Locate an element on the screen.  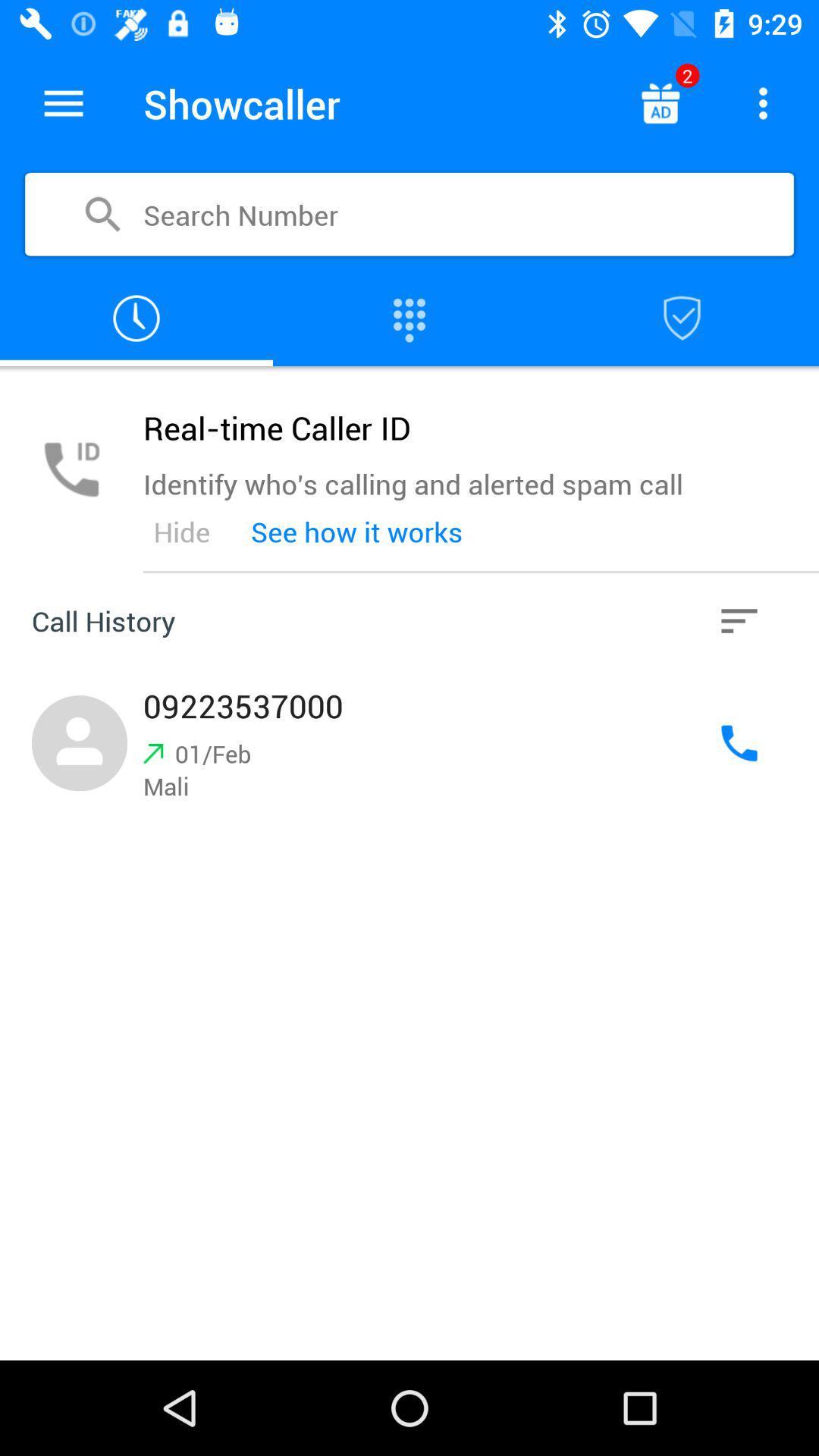
switch autoplay option is located at coordinates (659, 102).